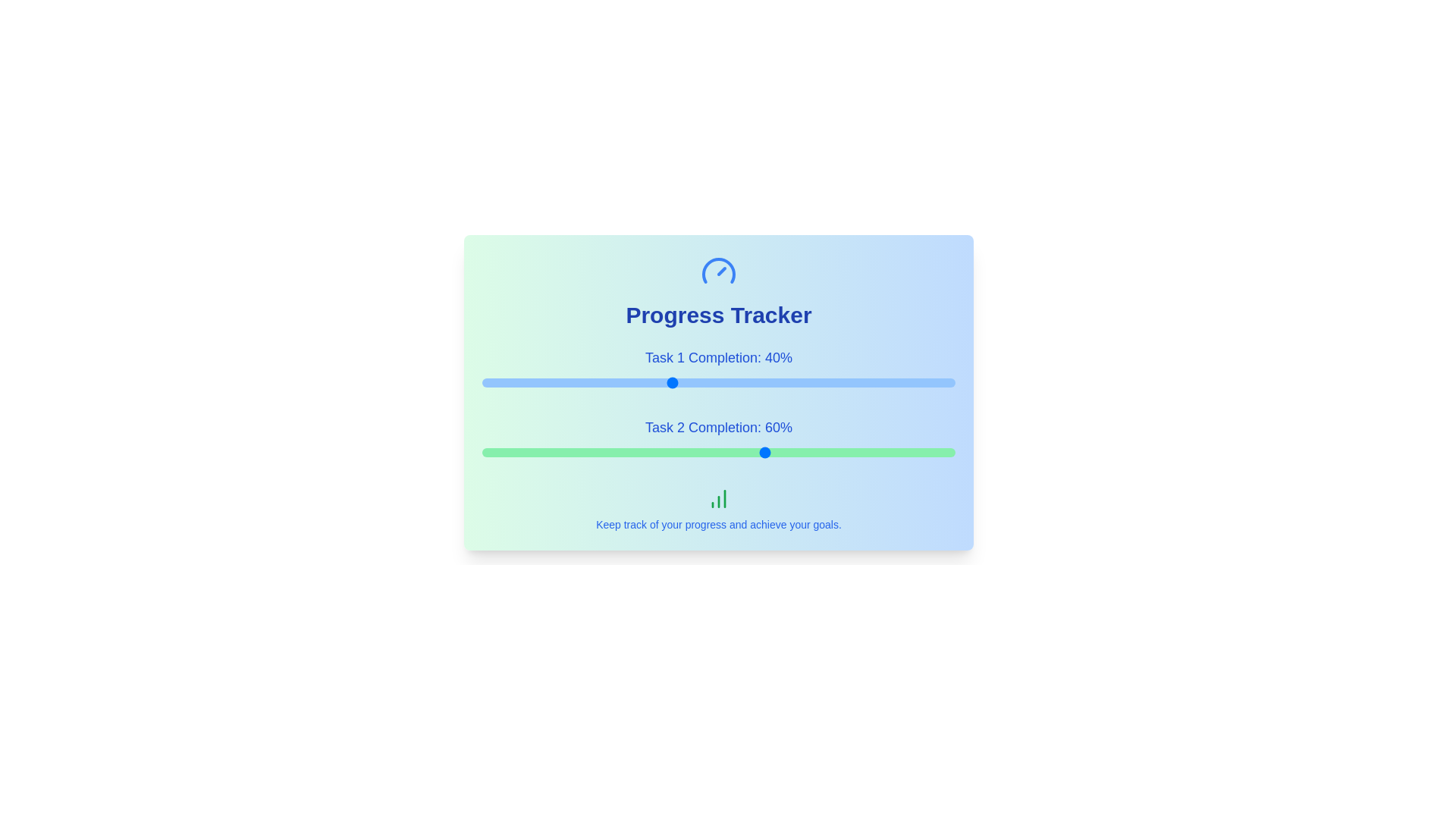  What do you see at coordinates (846, 382) in the screenshot?
I see `the progress value` at bounding box center [846, 382].